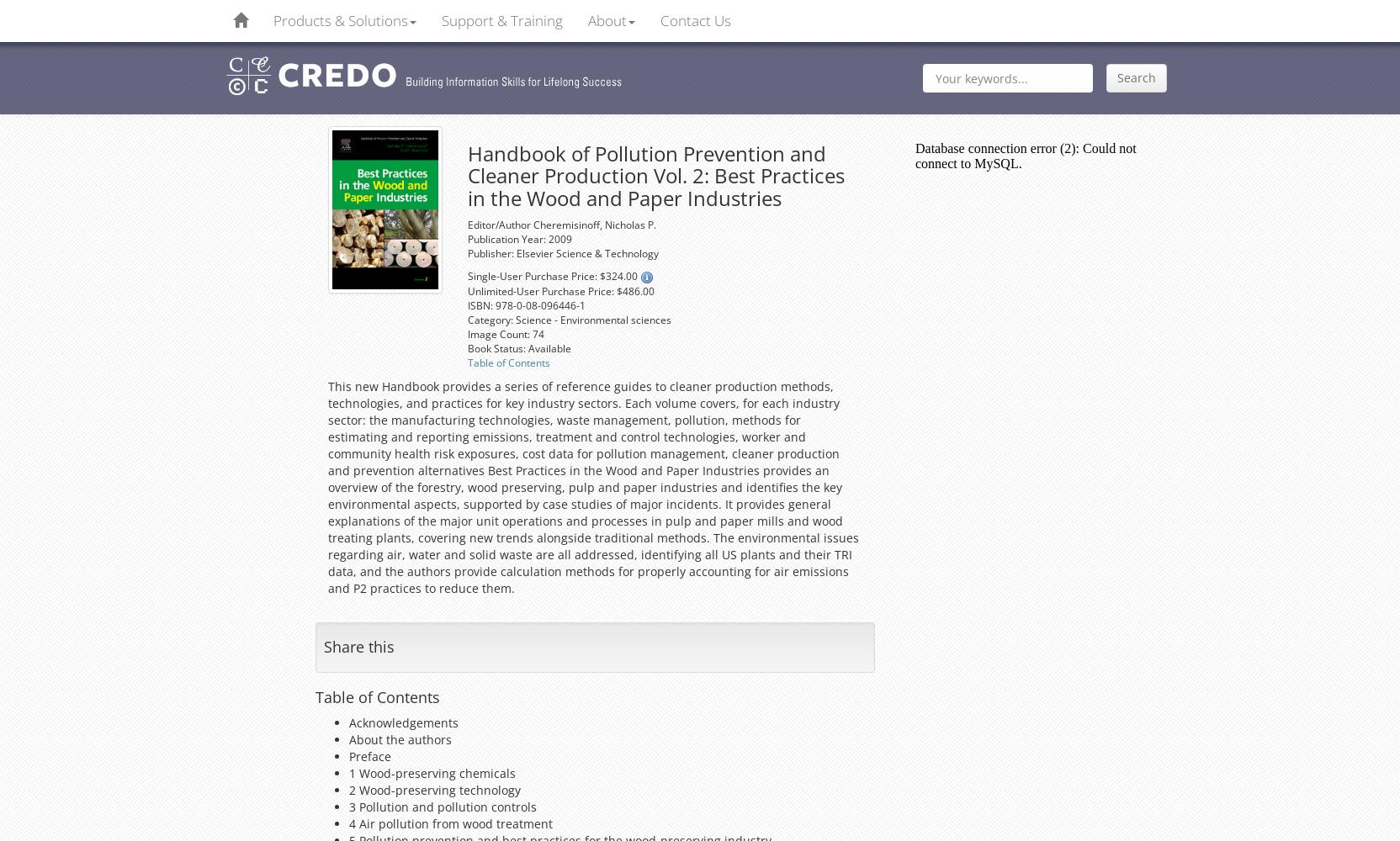 The height and width of the screenshot is (841, 1400). Describe the element at coordinates (589, 319) in the screenshot. I see `': Science - Environmental sciences'` at that location.